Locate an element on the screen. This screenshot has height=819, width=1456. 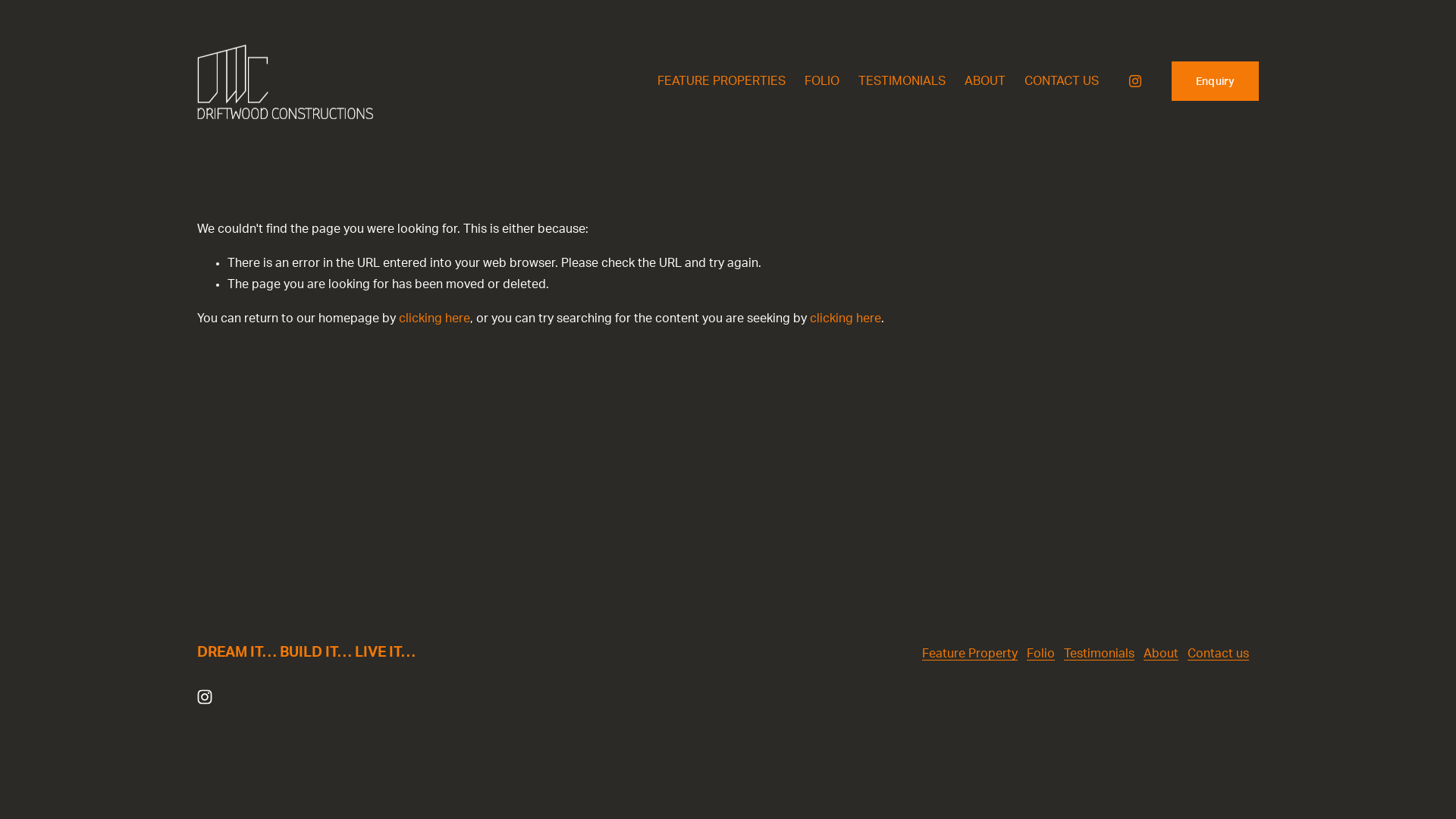
'ABOUT' is located at coordinates (985, 81).